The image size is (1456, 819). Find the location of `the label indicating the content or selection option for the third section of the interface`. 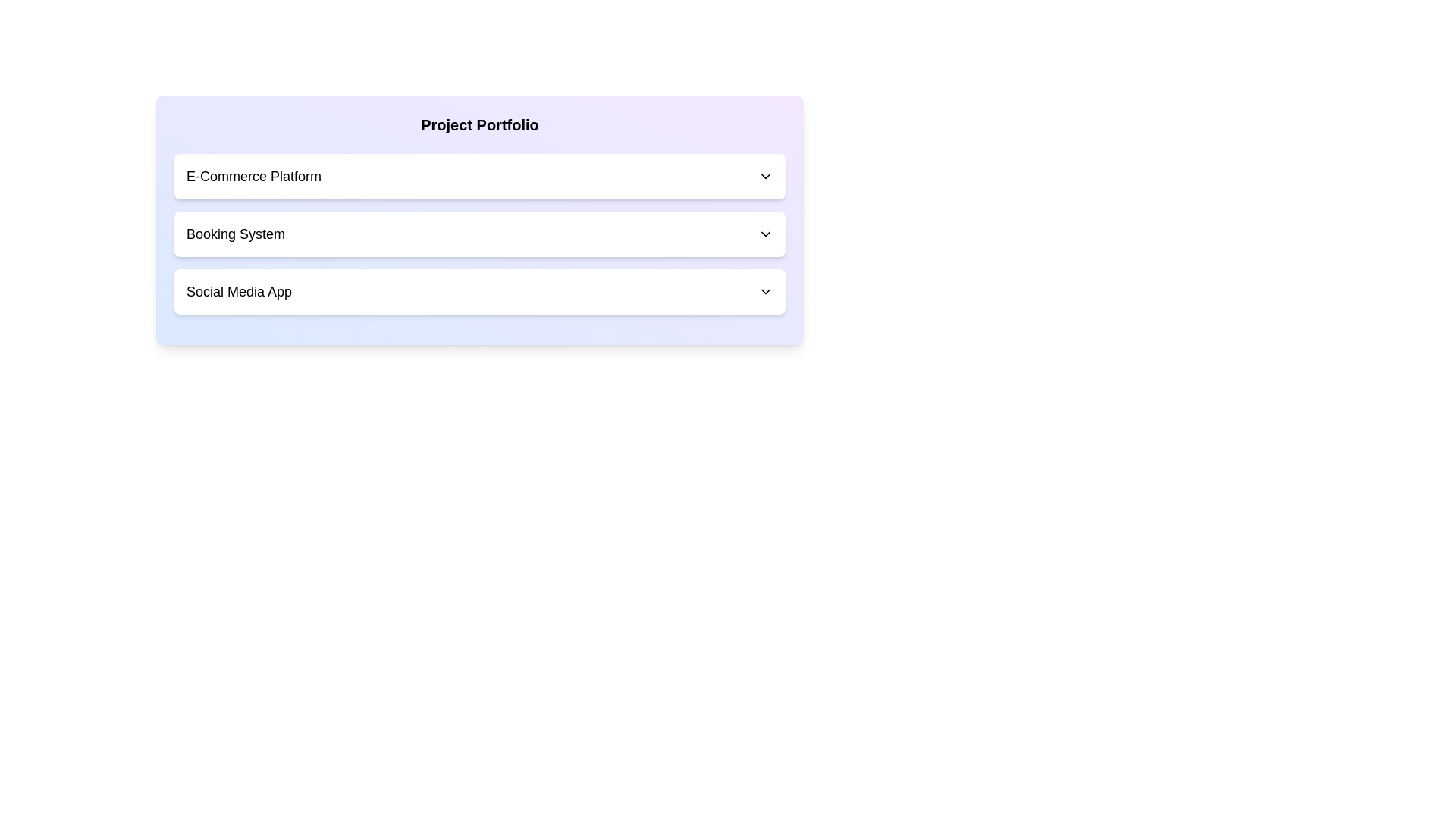

the label indicating the content or selection option for the third section of the interface is located at coordinates (238, 292).